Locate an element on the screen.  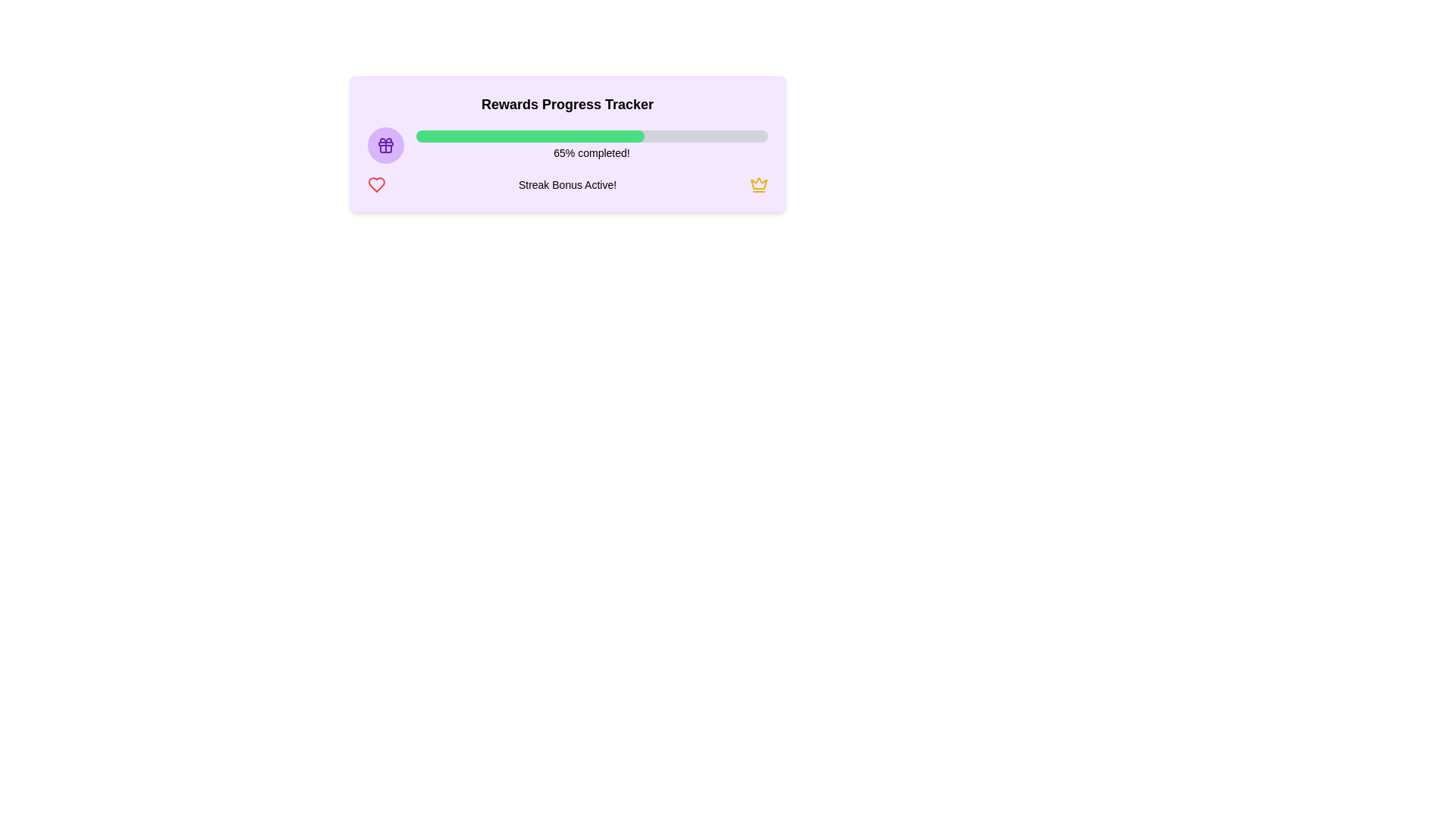
the Progress Bar displaying '65% completed!' which is centered in the 'Rewards Progress Tracker' panel is located at coordinates (566, 146).